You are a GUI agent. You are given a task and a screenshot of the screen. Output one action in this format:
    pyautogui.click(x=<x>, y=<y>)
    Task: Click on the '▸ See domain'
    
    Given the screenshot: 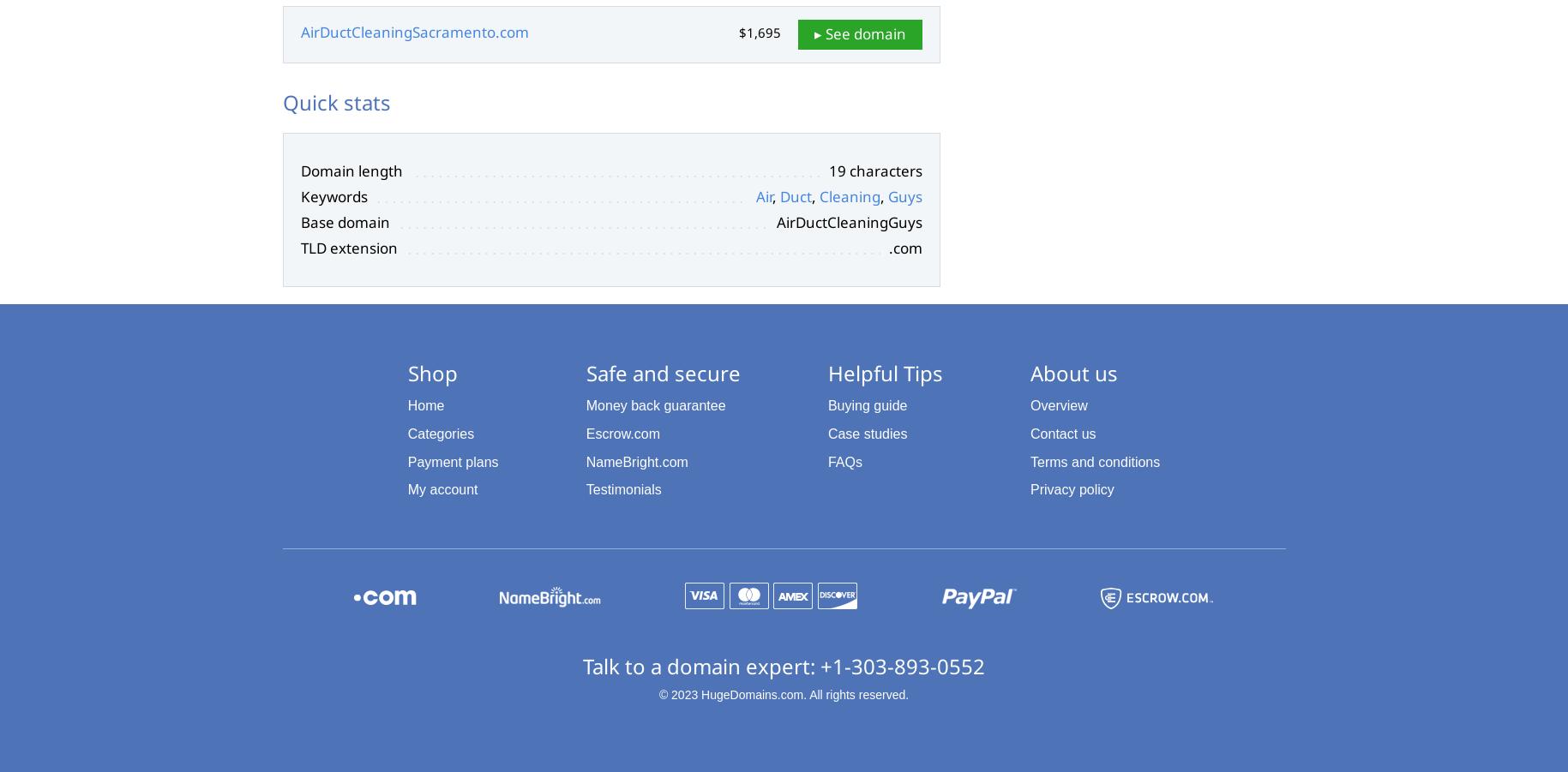 What is the action you would take?
    pyautogui.click(x=859, y=32)
    